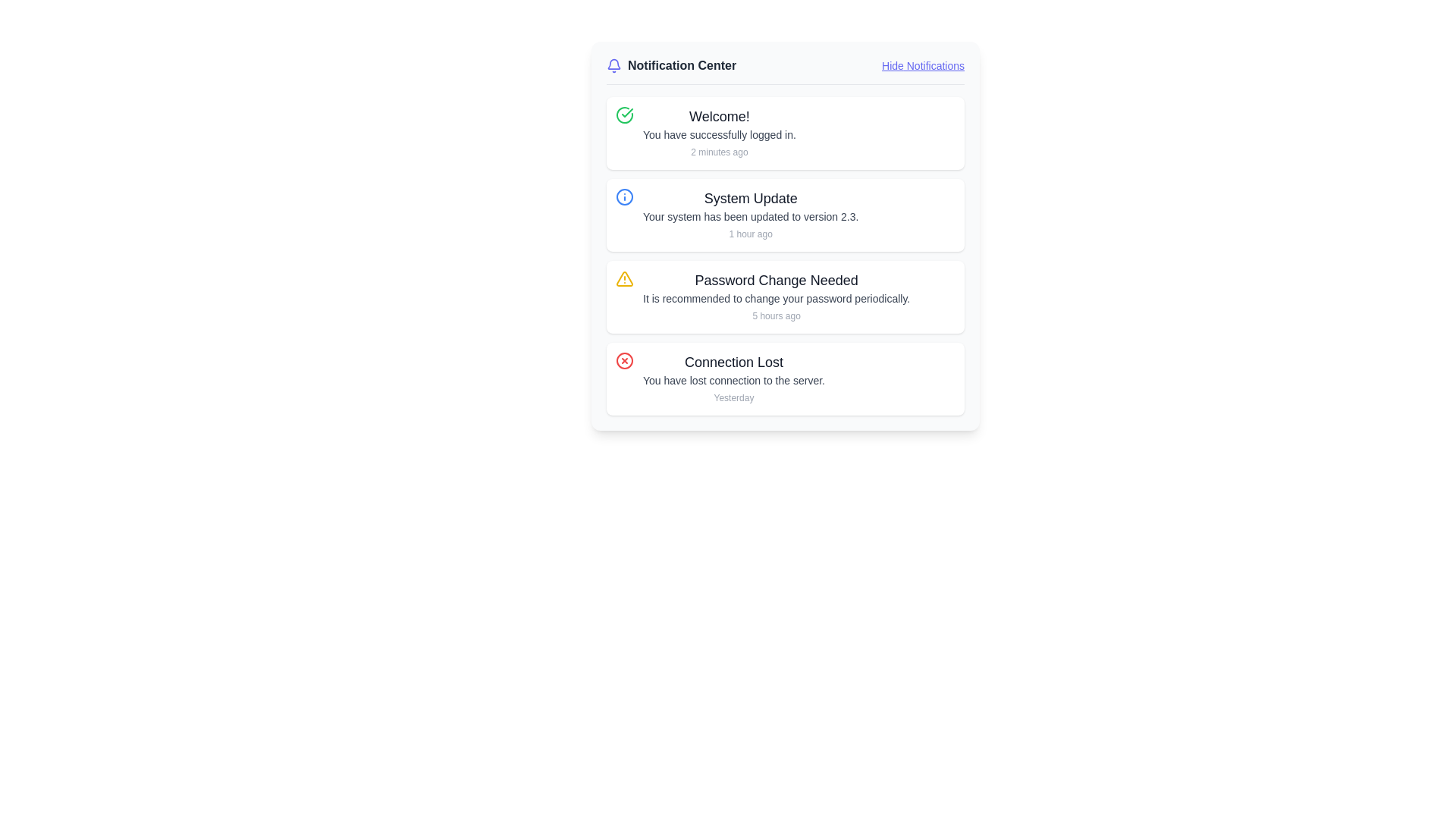  I want to click on the small gray text label reading '1 hour ago', which is located at the bottom-right of the notification content block for 'System Update', so click(751, 234).